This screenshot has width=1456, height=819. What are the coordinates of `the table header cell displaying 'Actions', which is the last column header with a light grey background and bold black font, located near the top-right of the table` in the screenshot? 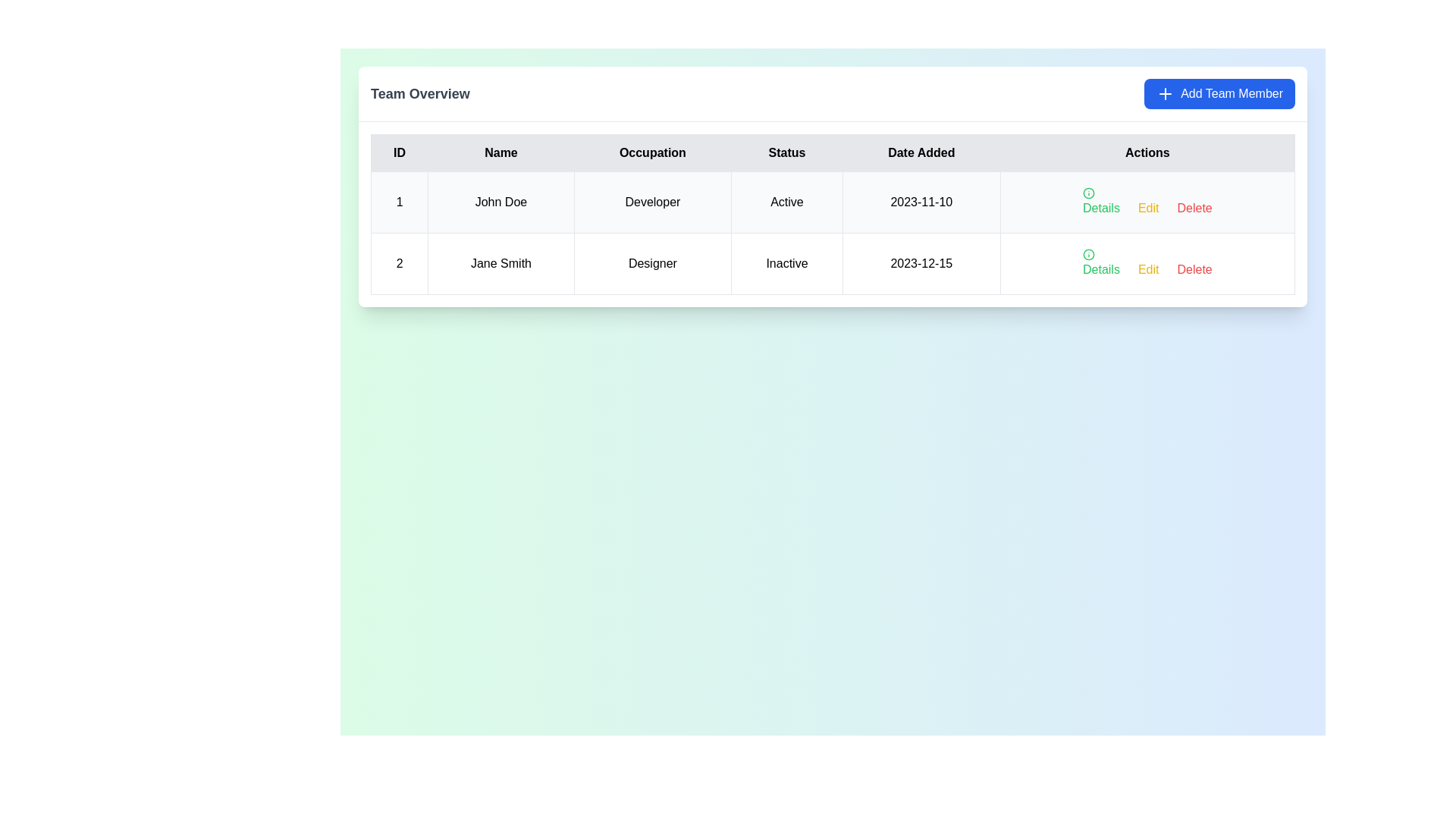 It's located at (1147, 152).